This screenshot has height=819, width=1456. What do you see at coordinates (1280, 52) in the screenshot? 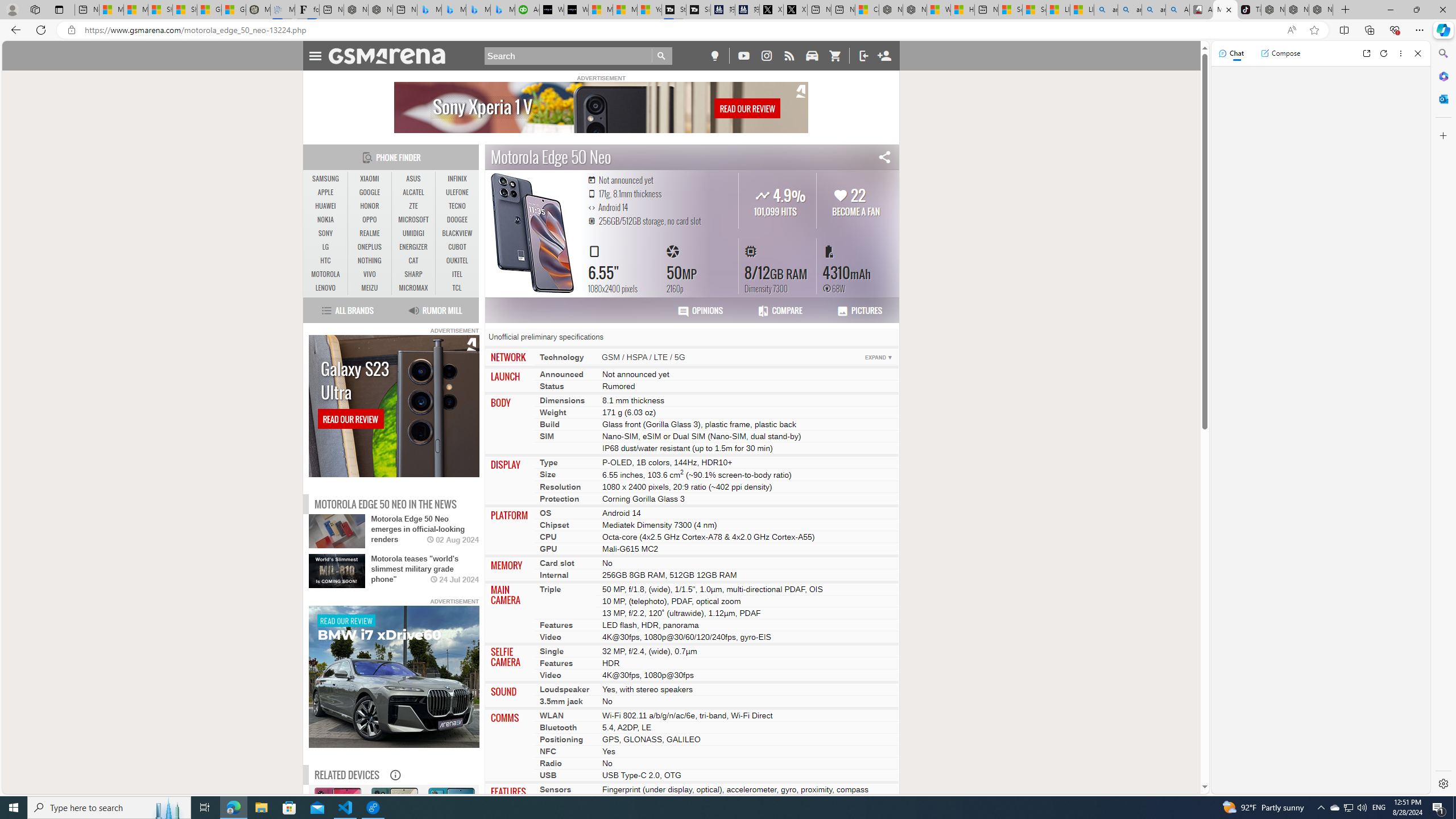
I see `'Compose'` at bounding box center [1280, 52].